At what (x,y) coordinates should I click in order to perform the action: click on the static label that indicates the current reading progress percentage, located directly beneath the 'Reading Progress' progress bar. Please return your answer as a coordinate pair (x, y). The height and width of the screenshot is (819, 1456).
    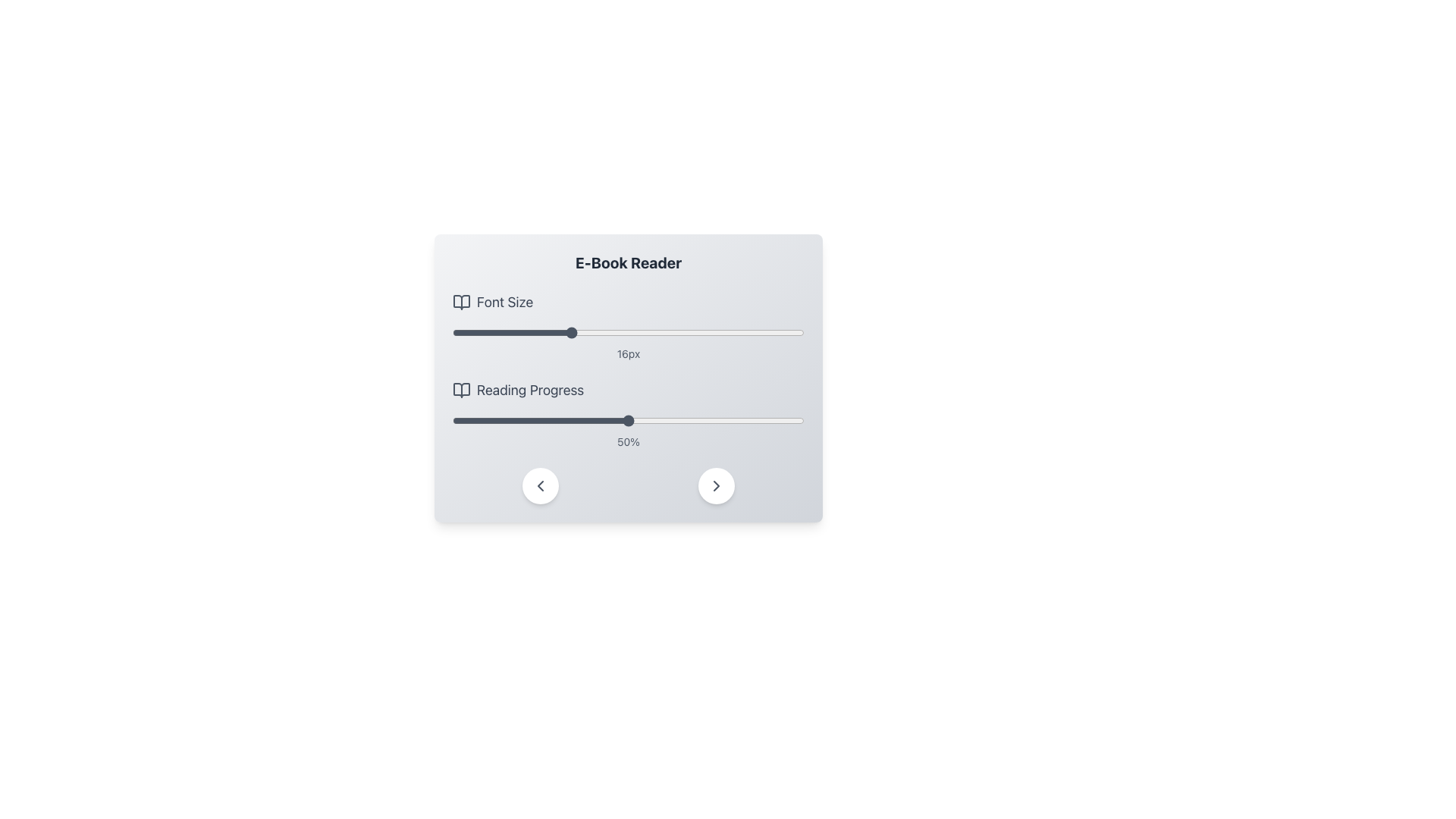
    Looking at the image, I should click on (629, 441).